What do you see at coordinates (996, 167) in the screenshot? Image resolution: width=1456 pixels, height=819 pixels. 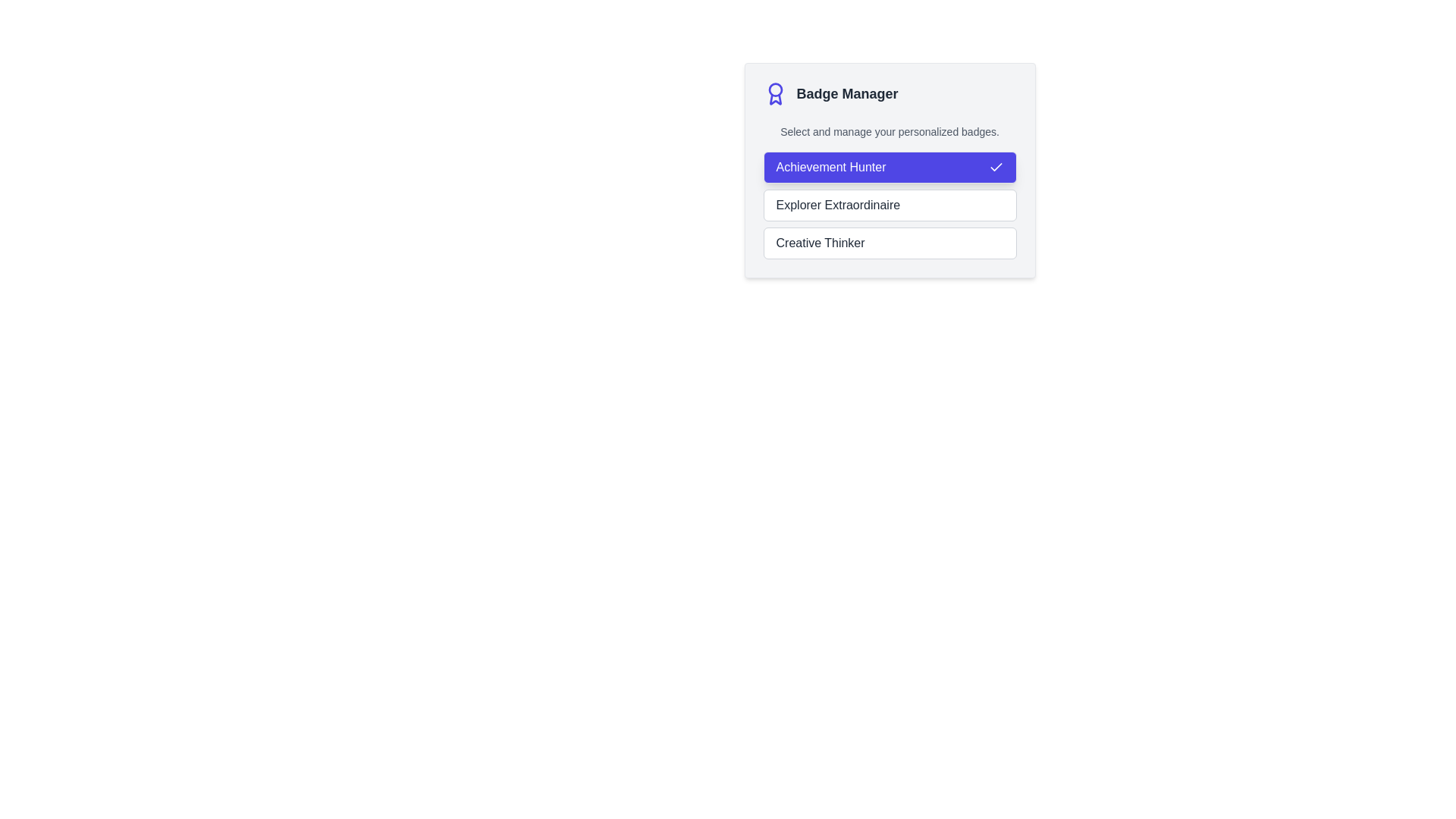 I see `the Selection indicator icon, which indicates that the 'Achievement Hunter' option is selected, located at the upper-right corner of the 'Achievement Hunter' button` at bounding box center [996, 167].